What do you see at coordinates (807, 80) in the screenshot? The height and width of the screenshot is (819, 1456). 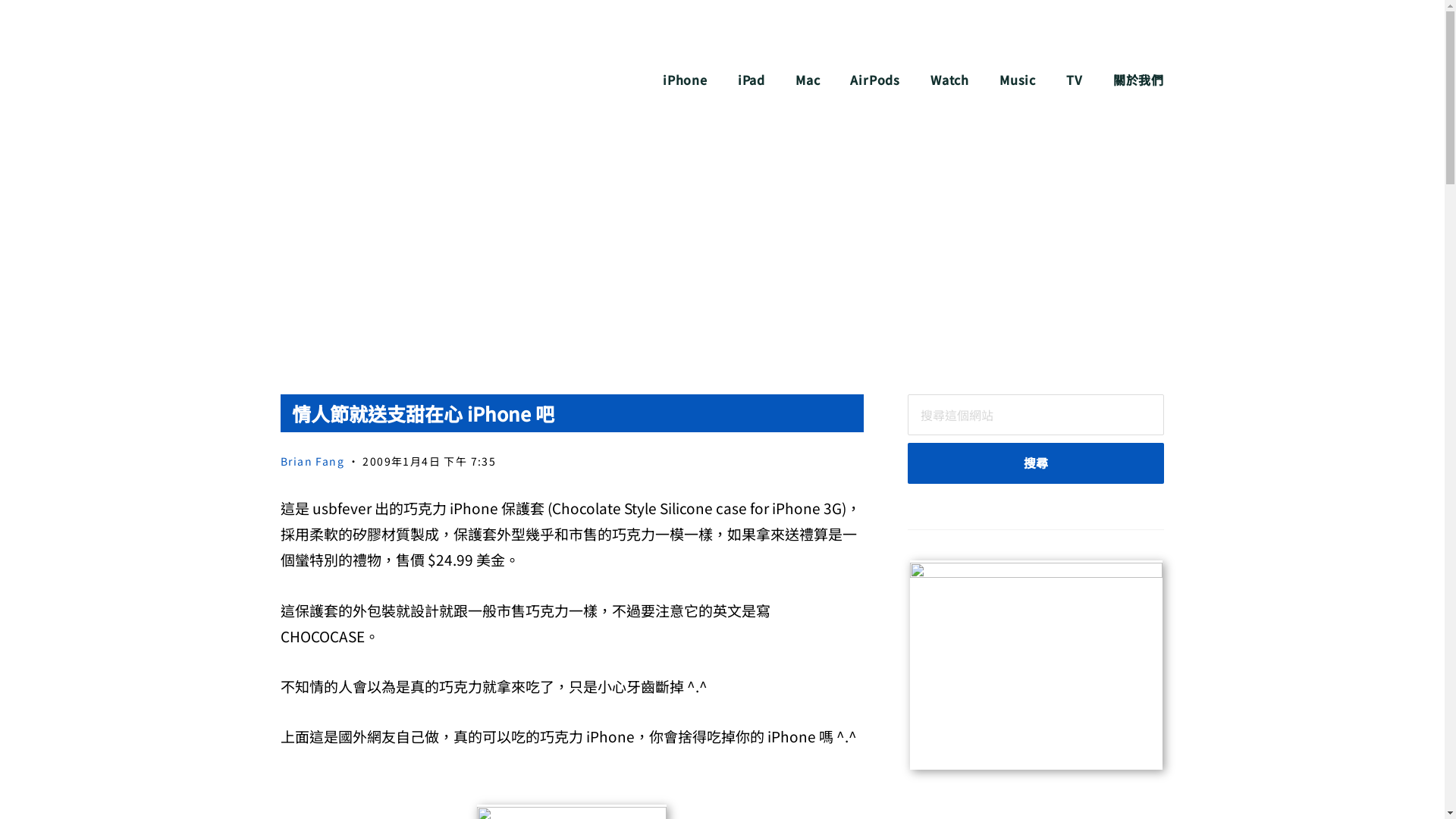 I see `'Mac'` at bounding box center [807, 80].